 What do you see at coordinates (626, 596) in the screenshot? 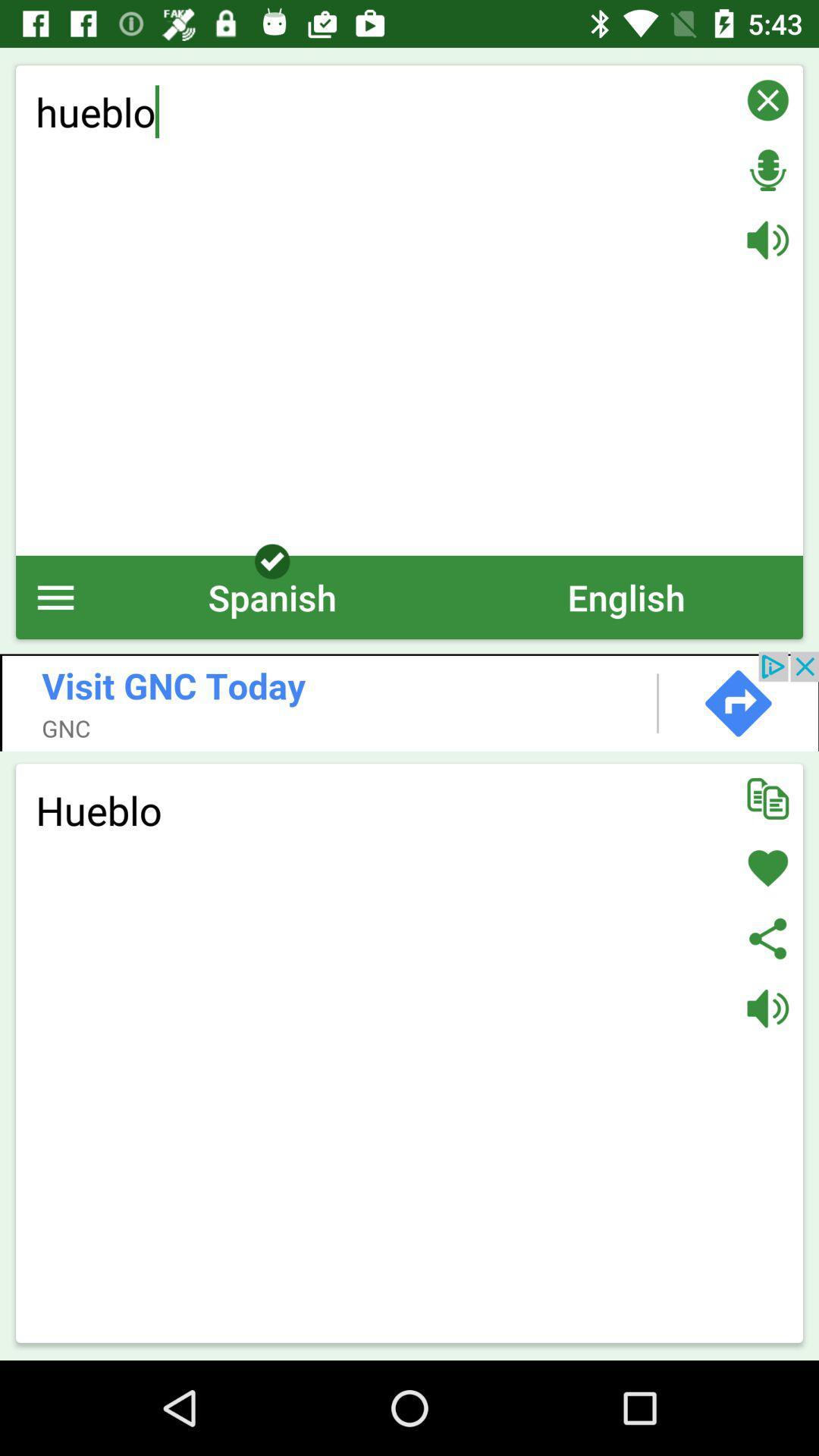
I see `icon below the hueblo item` at bounding box center [626, 596].